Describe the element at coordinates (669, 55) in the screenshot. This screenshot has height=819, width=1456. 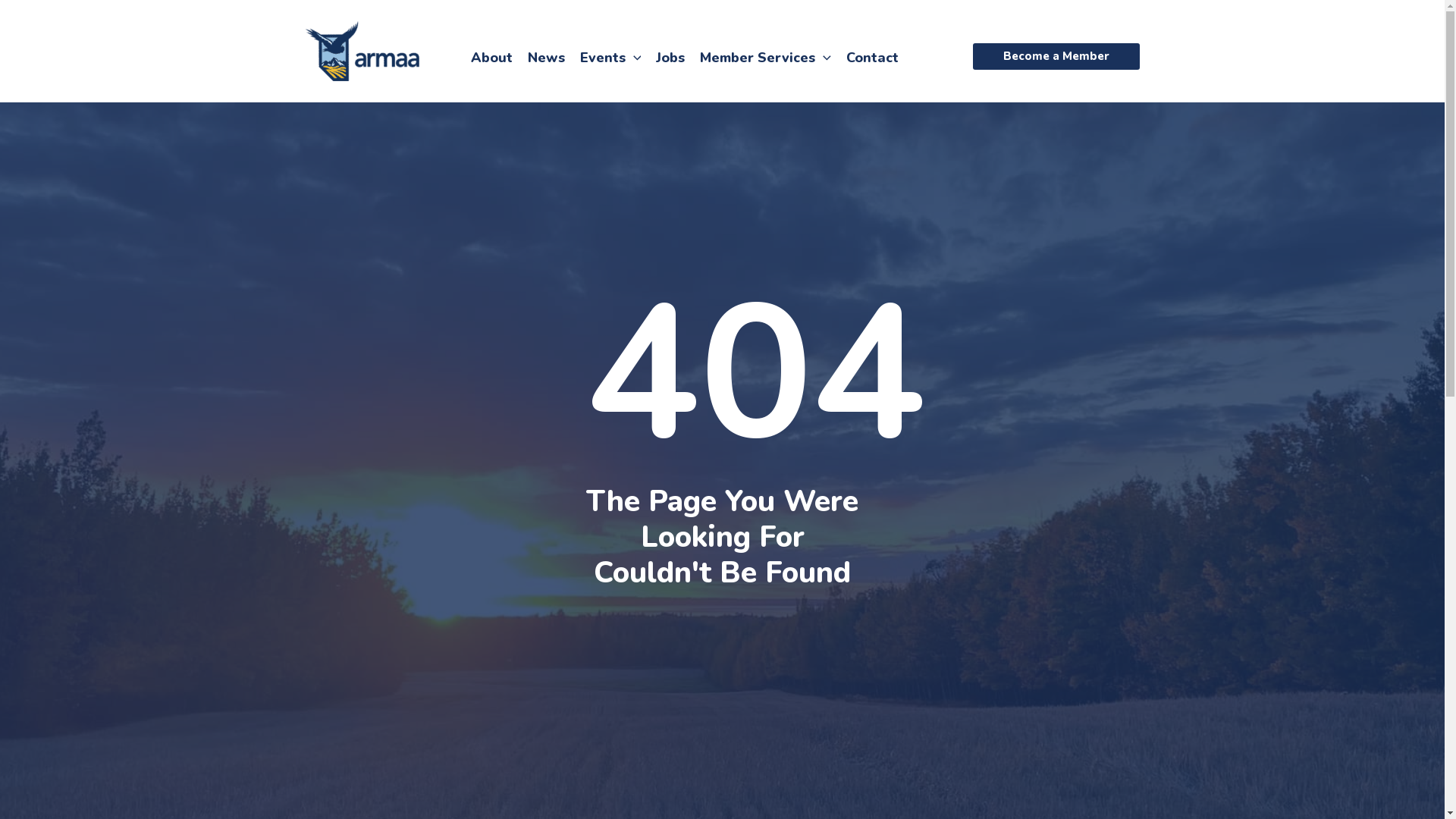
I see `'Jobs'` at that location.